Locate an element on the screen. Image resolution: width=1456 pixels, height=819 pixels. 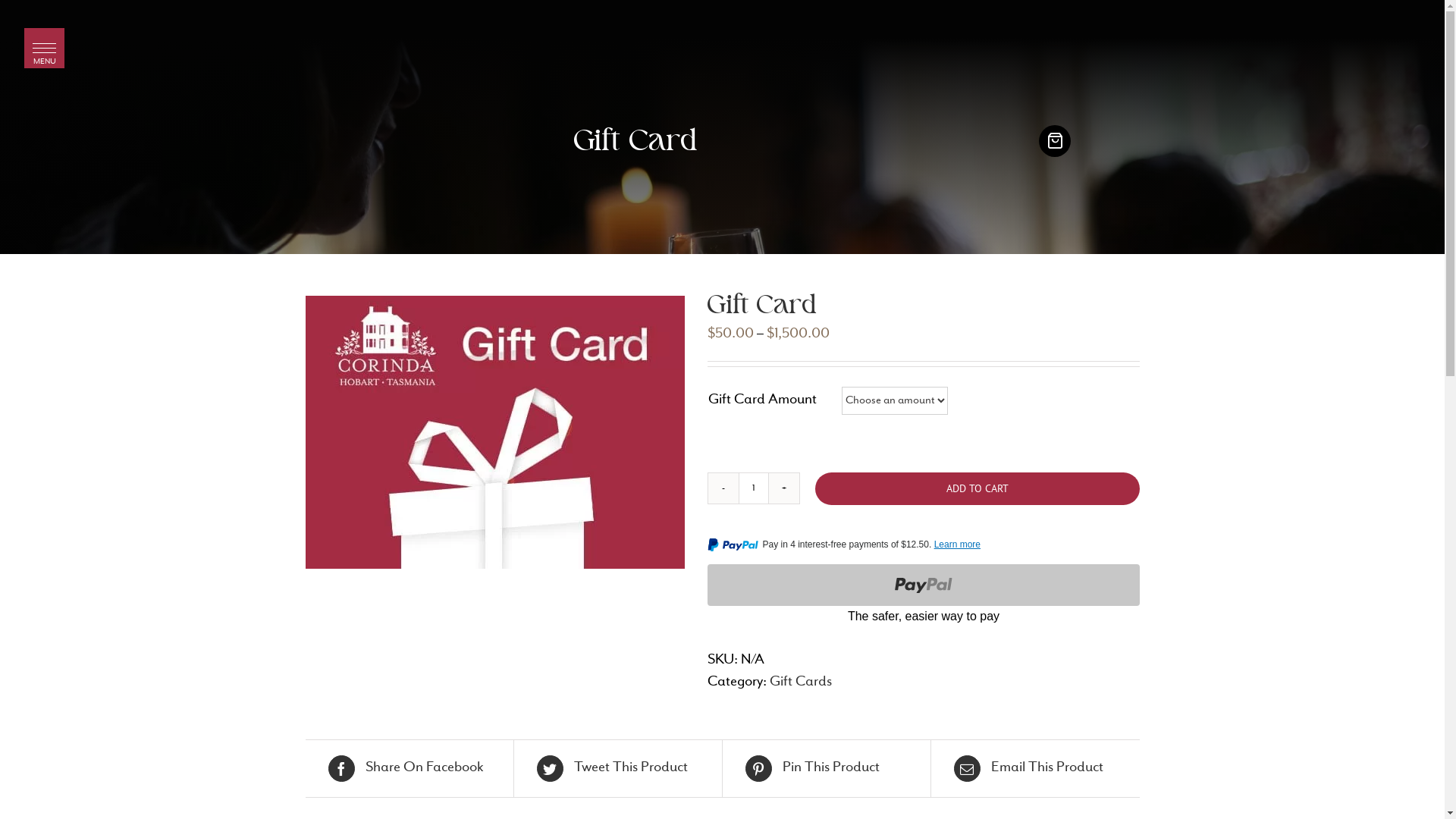
'Share On Facebook' is located at coordinates (408, 768).